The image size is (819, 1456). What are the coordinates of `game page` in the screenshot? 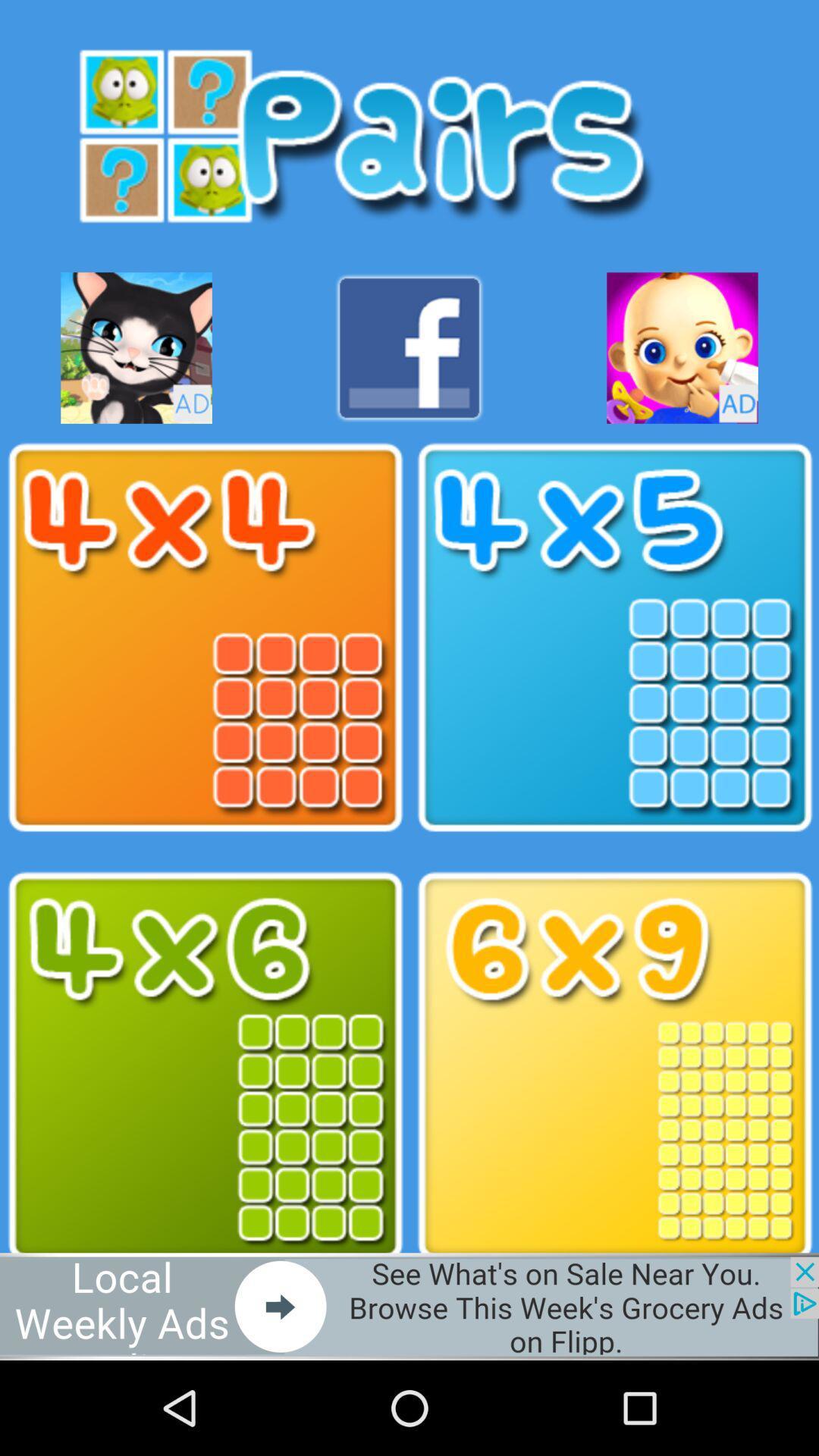 It's located at (614, 638).